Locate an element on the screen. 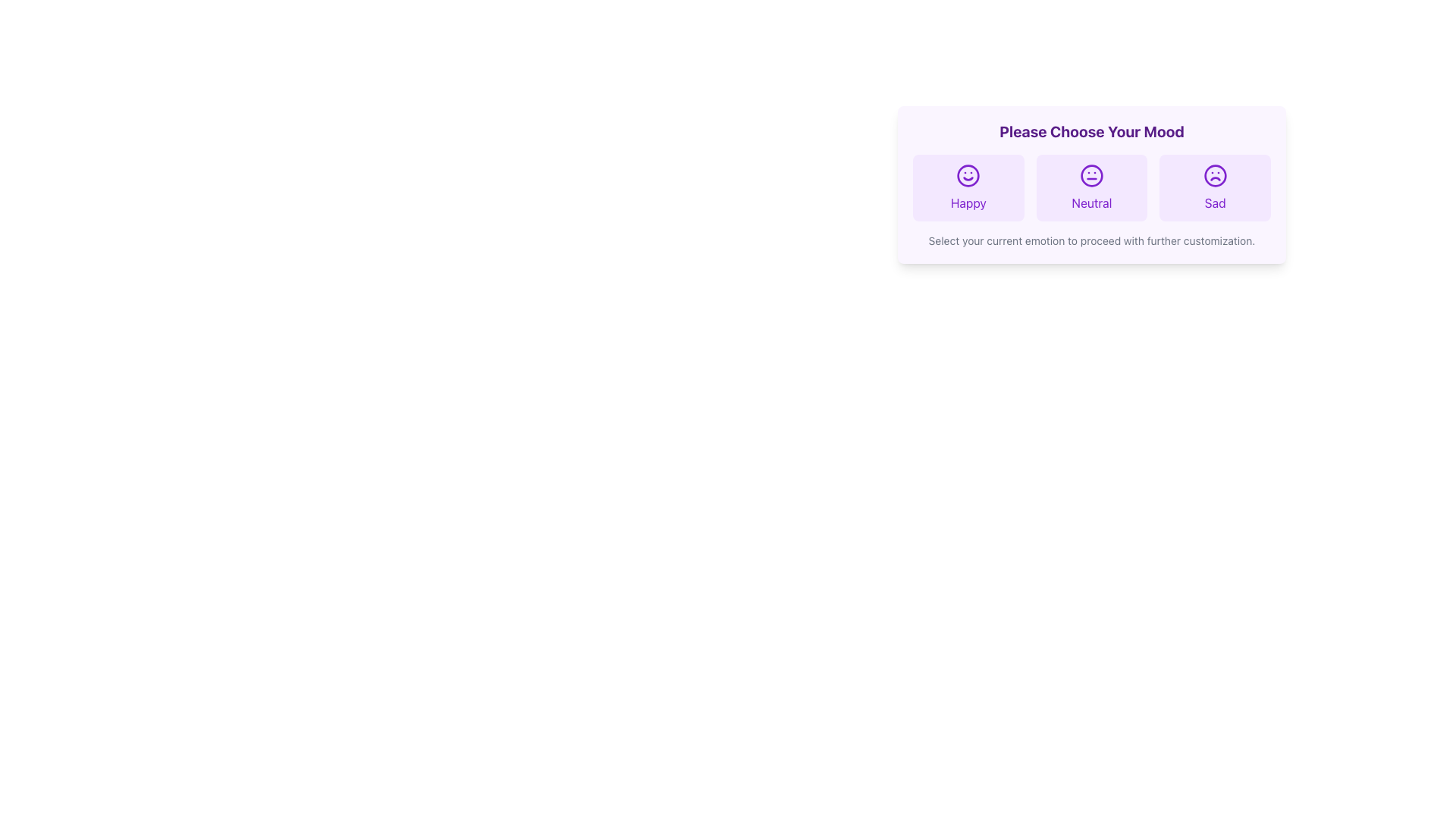  the circular graphic inside the sad emoji icon, which is the third option from the left in the mood selection menu is located at coordinates (1215, 174).